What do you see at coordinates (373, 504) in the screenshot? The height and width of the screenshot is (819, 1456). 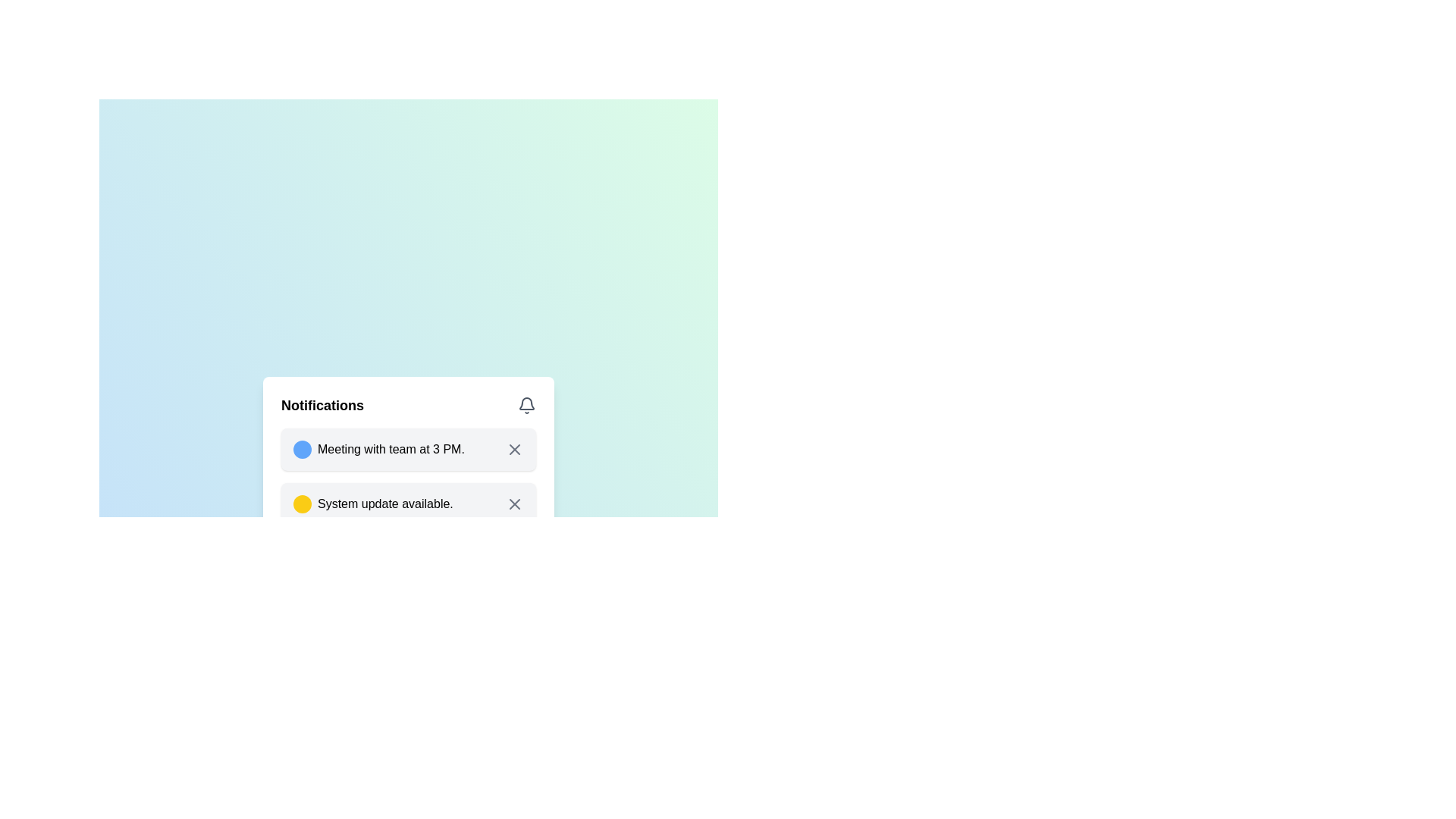 I see `the Notification item that states 'System update available.' and includes a yellow circular icon, which is the second item in the notification card` at bounding box center [373, 504].